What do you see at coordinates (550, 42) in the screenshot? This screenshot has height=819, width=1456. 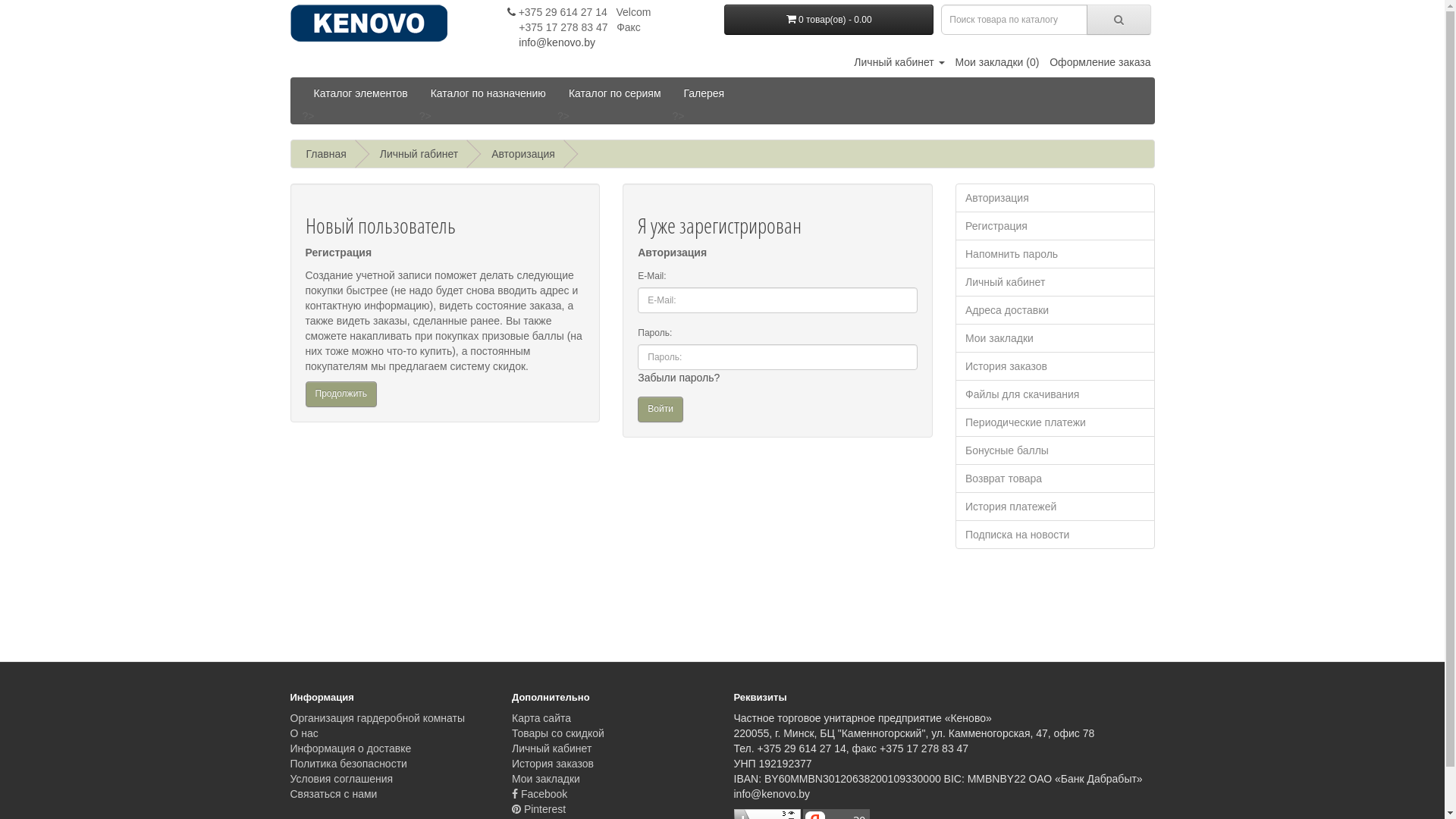 I see `'    info@kenovo.by'` at bounding box center [550, 42].